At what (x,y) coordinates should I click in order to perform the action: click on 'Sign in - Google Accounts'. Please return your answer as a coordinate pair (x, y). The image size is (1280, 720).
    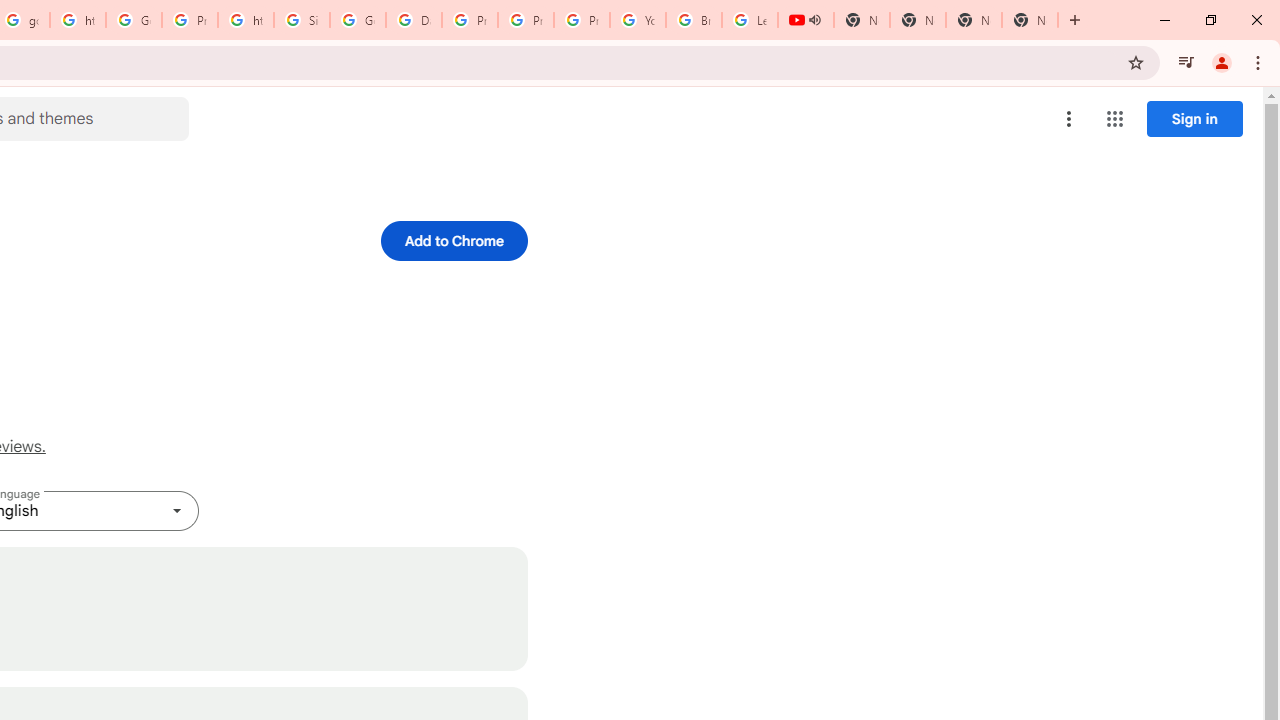
    Looking at the image, I should click on (301, 20).